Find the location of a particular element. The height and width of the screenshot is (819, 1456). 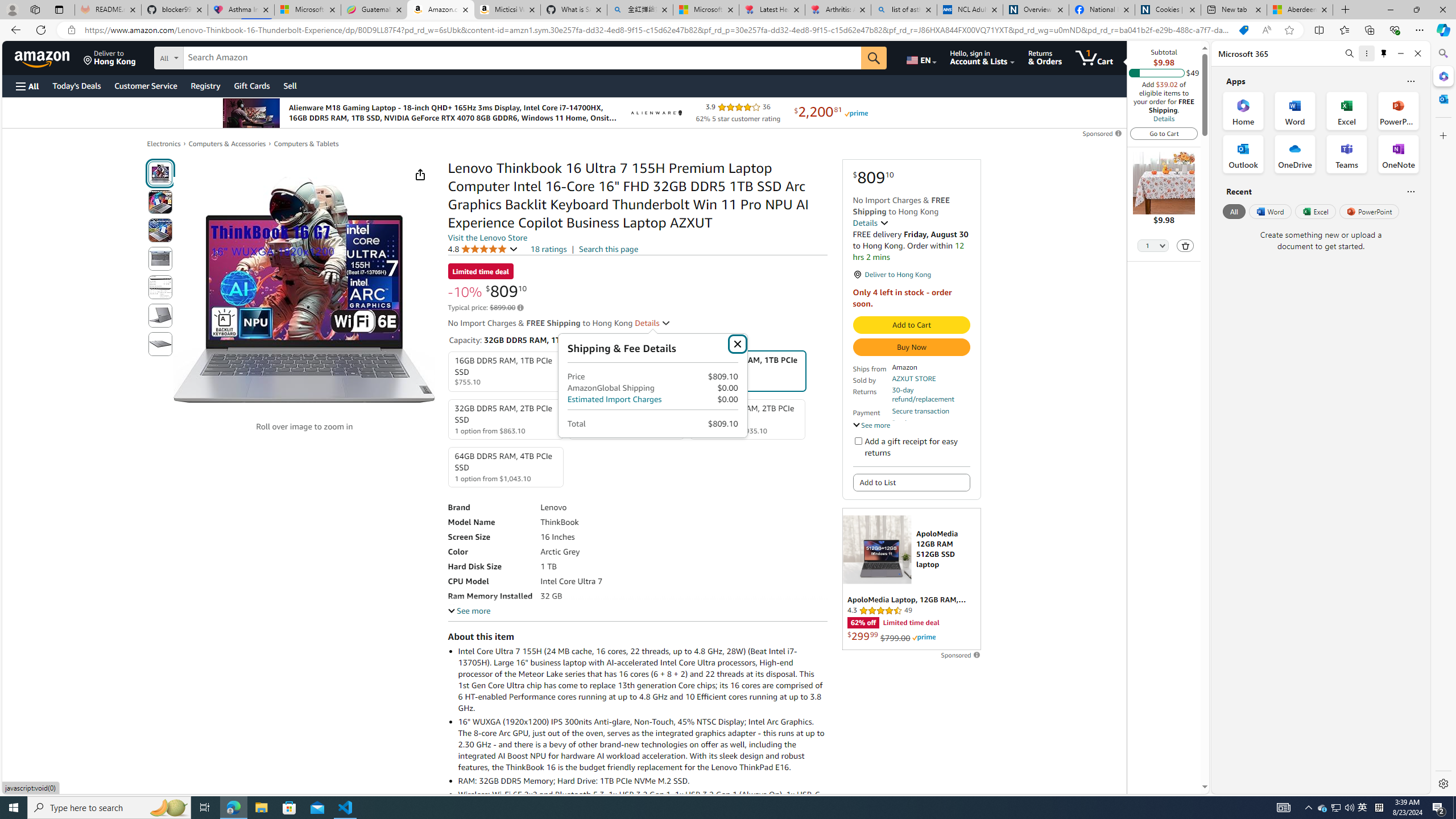

'Excel' is located at coordinates (1314, 211).